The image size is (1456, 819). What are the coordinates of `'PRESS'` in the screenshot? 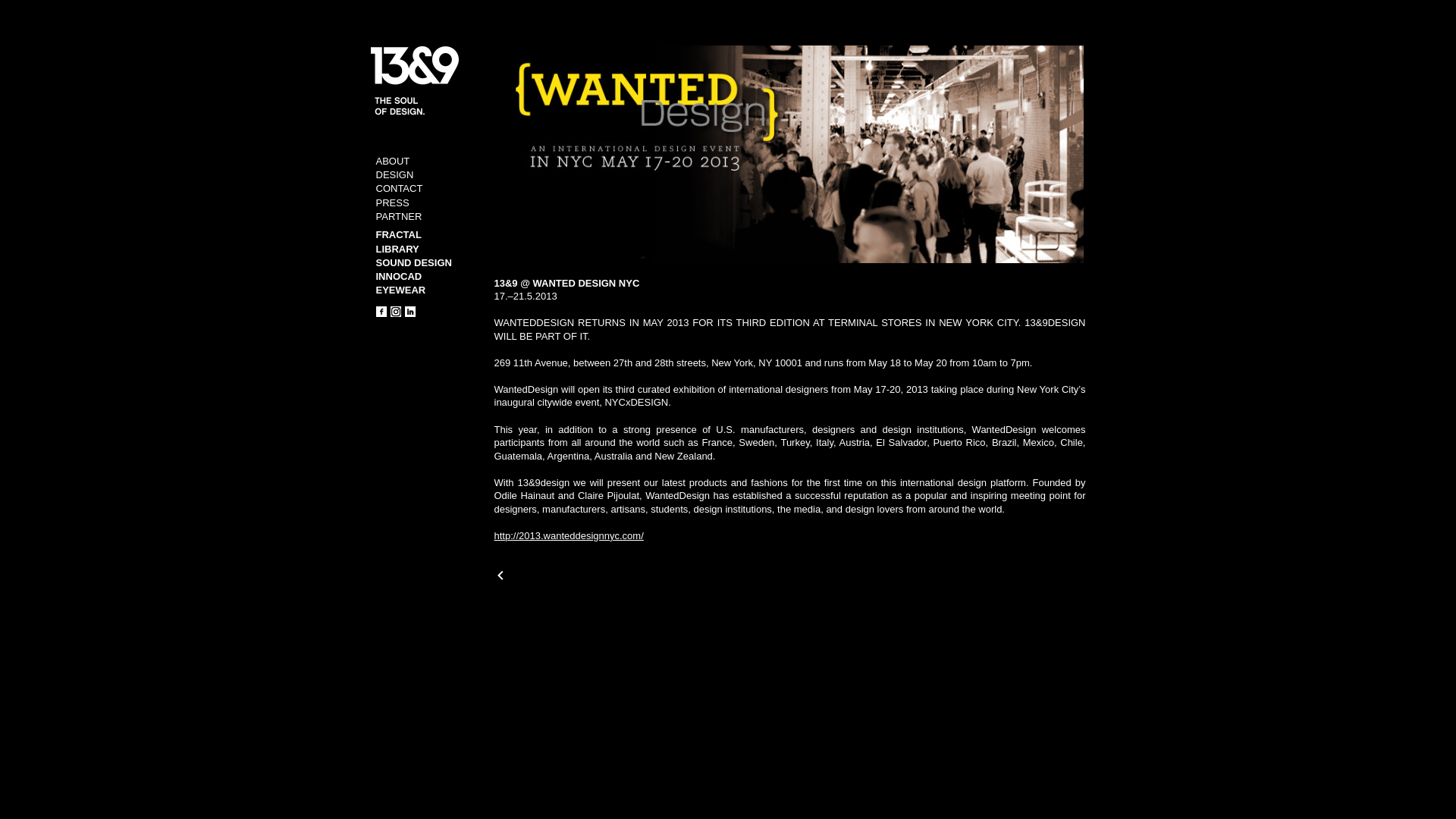 It's located at (393, 202).